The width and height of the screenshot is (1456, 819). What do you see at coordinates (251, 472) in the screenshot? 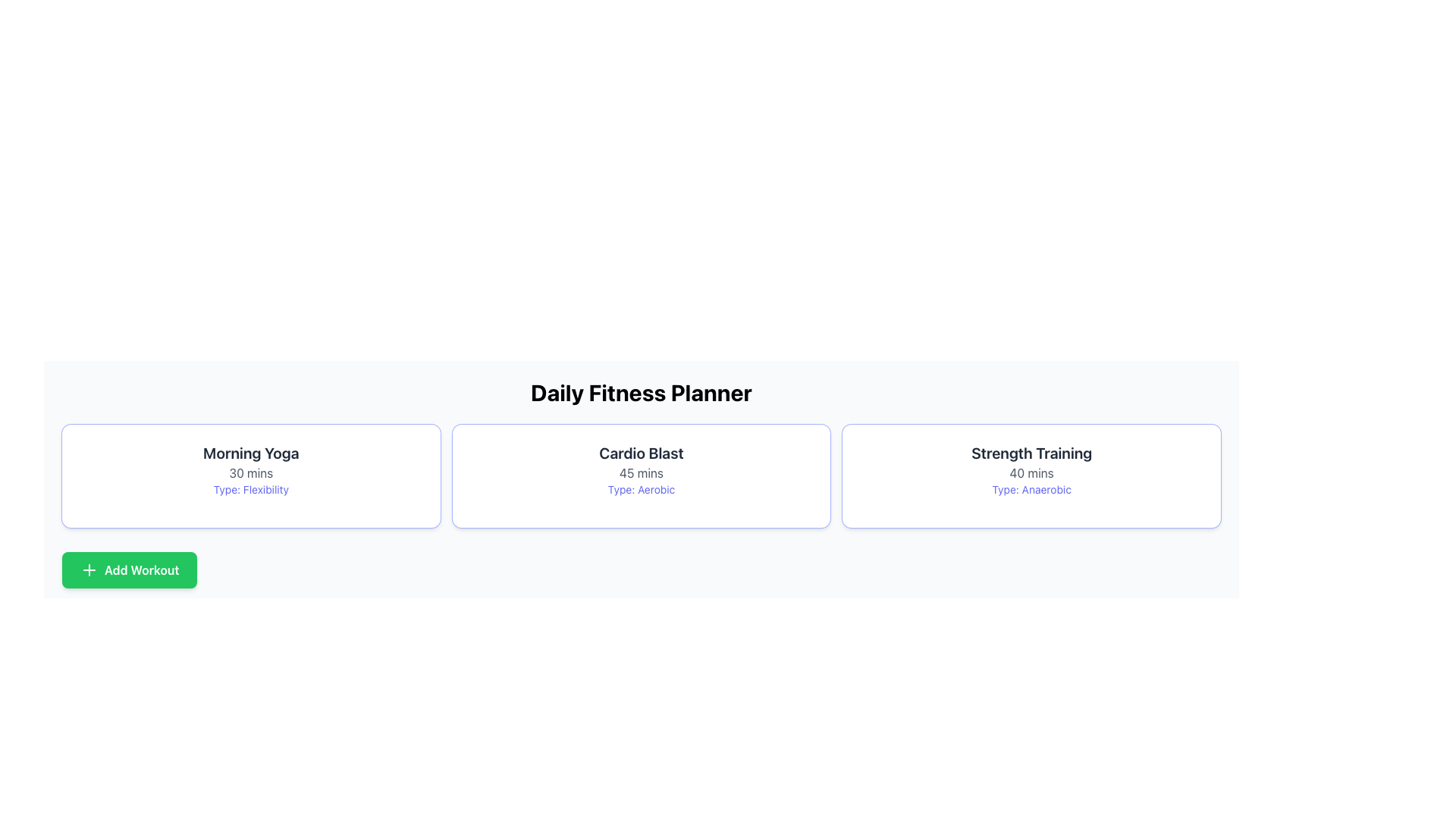
I see `the text label displaying '30 mins', which is located centrally below the title 'Morning Yoga' within the workout card` at bounding box center [251, 472].